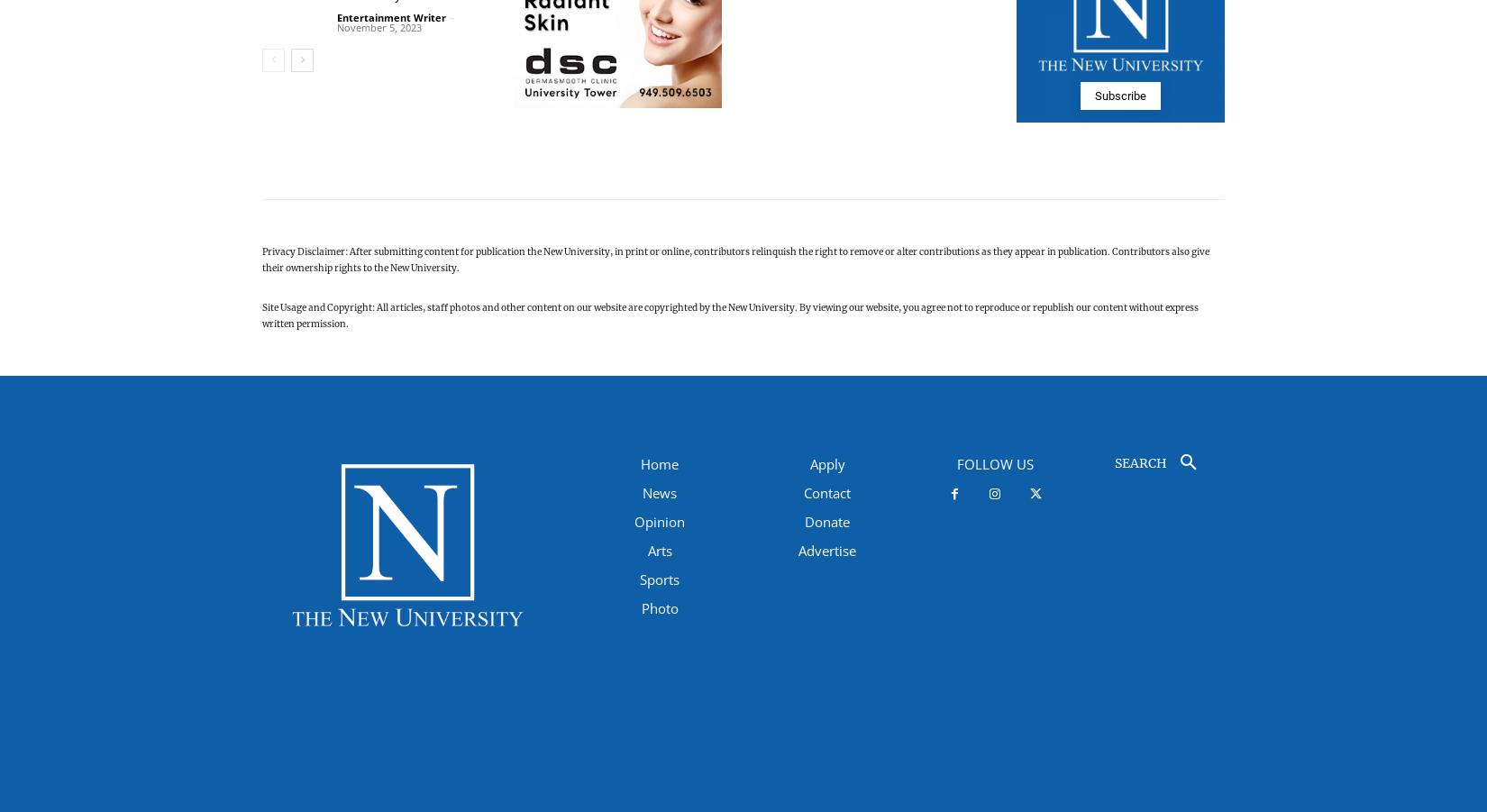 The width and height of the screenshot is (1487, 812). What do you see at coordinates (639, 463) in the screenshot?
I see `'Home'` at bounding box center [639, 463].